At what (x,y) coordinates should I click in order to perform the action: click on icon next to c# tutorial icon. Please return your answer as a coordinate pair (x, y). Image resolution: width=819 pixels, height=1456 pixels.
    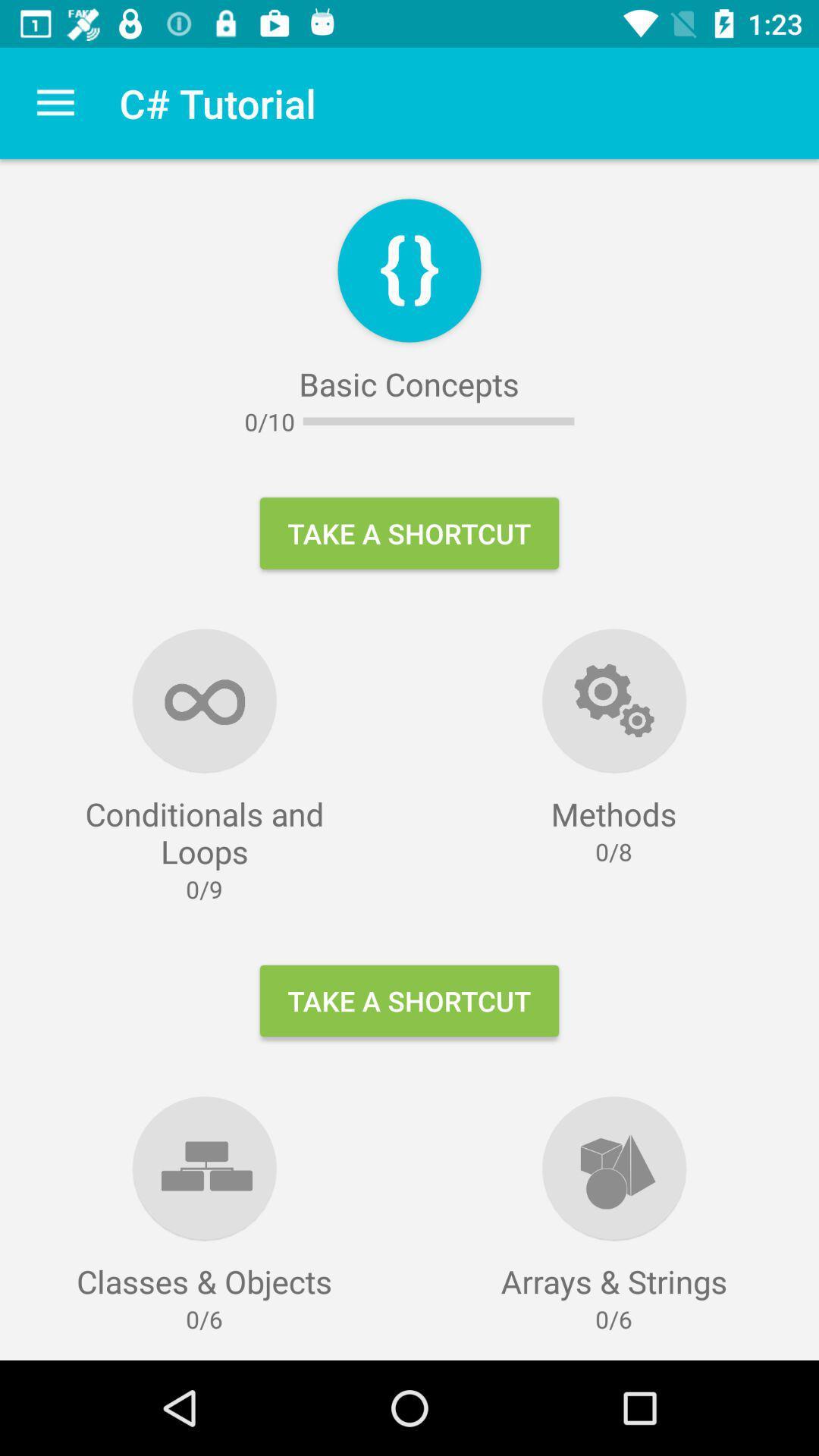
    Looking at the image, I should click on (55, 102).